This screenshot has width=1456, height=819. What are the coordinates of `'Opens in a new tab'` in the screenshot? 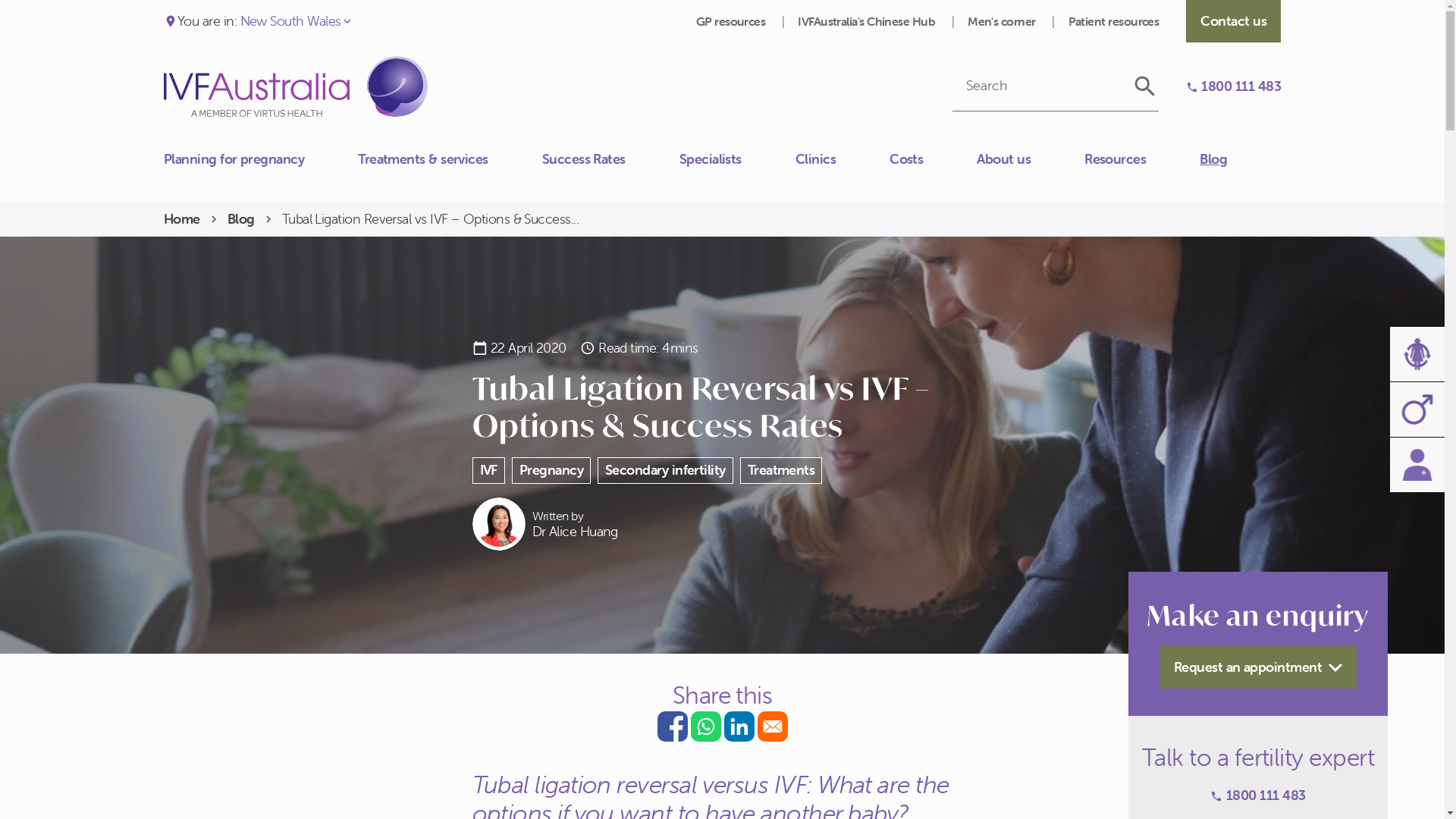 It's located at (704, 725).